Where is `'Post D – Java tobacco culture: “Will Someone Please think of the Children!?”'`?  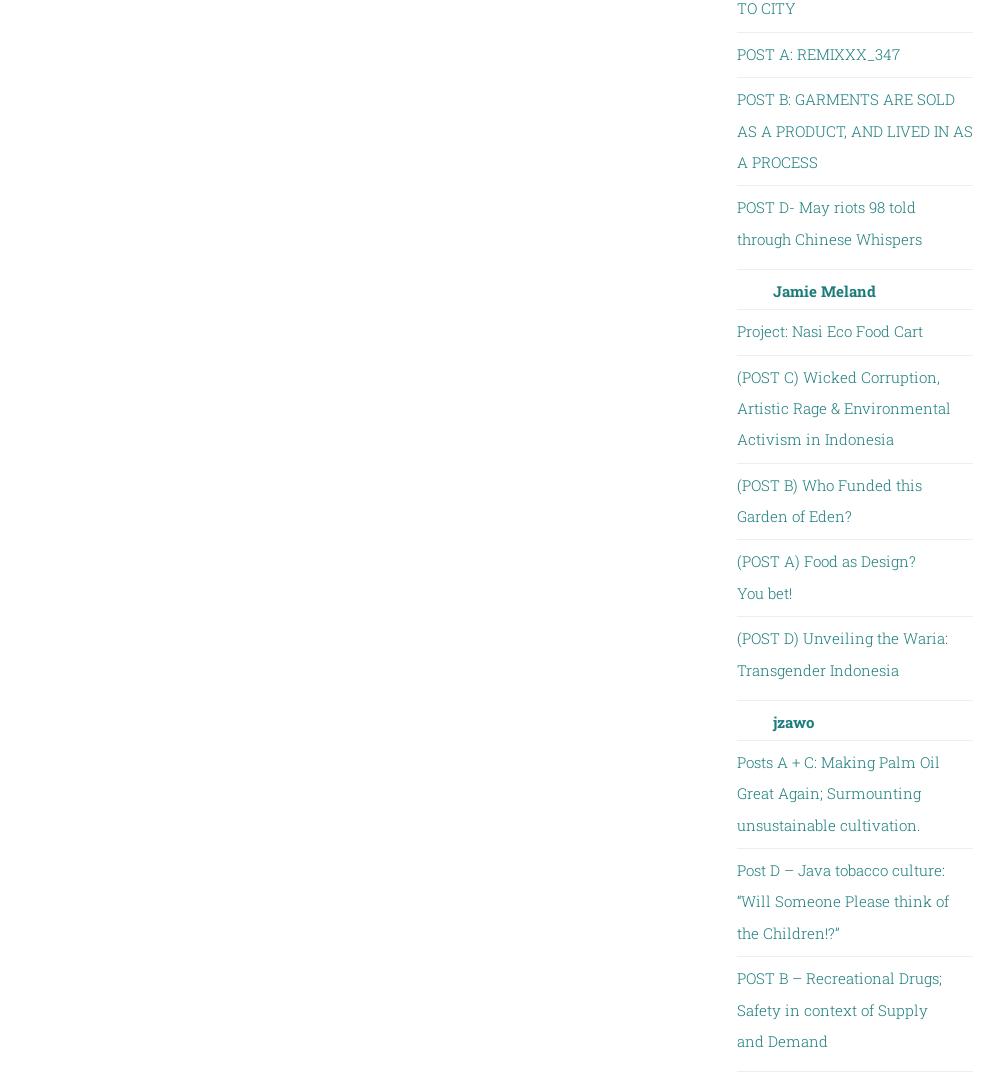 'Post D – Java tobacco culture: “Will Someone Please think of the Children!?”' is located at coordinates (841, 900).